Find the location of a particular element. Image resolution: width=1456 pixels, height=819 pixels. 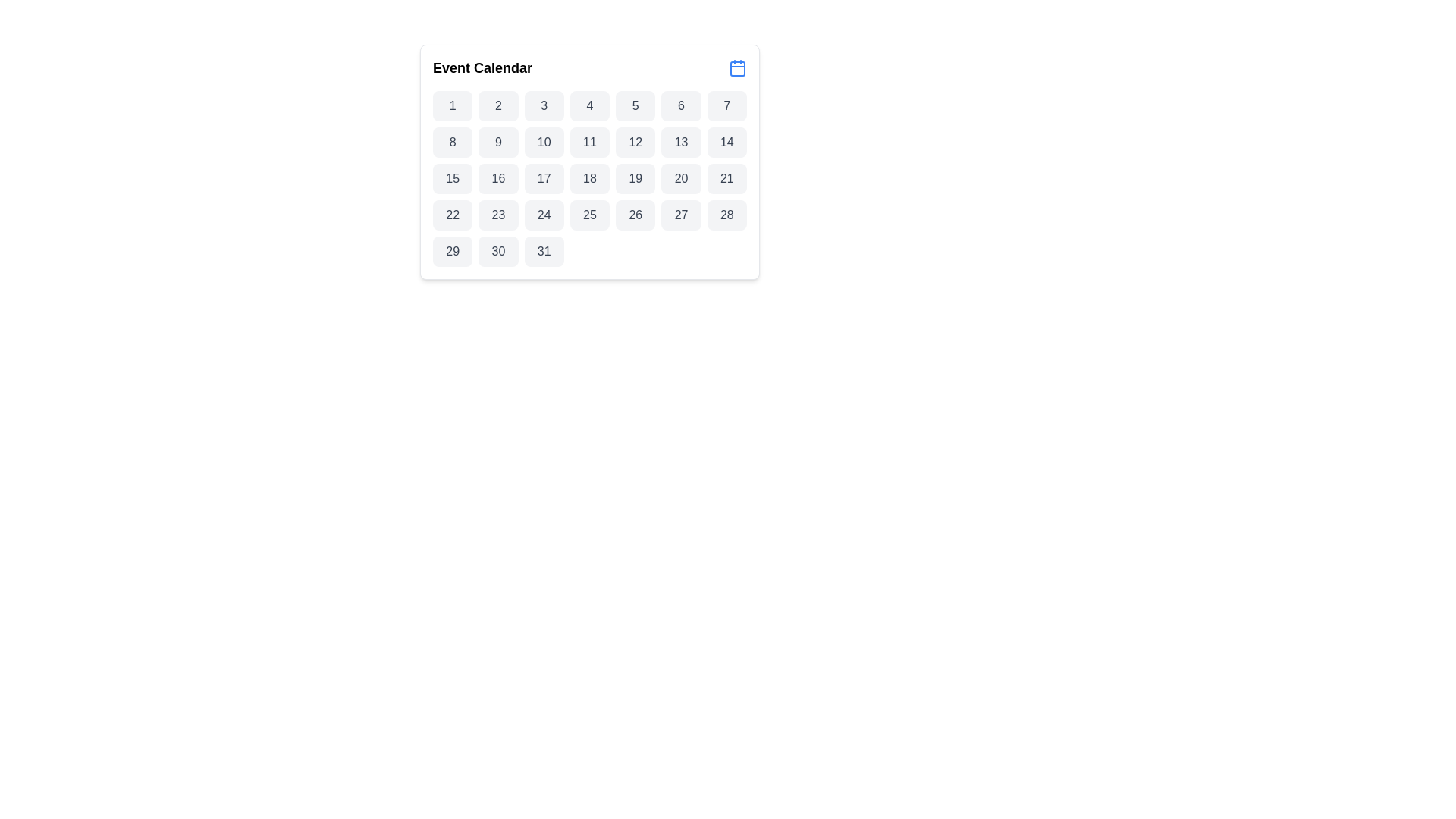

the square button labeled '20' with rounded corners and a soft gray background, located is located at coordinates (680, 177).